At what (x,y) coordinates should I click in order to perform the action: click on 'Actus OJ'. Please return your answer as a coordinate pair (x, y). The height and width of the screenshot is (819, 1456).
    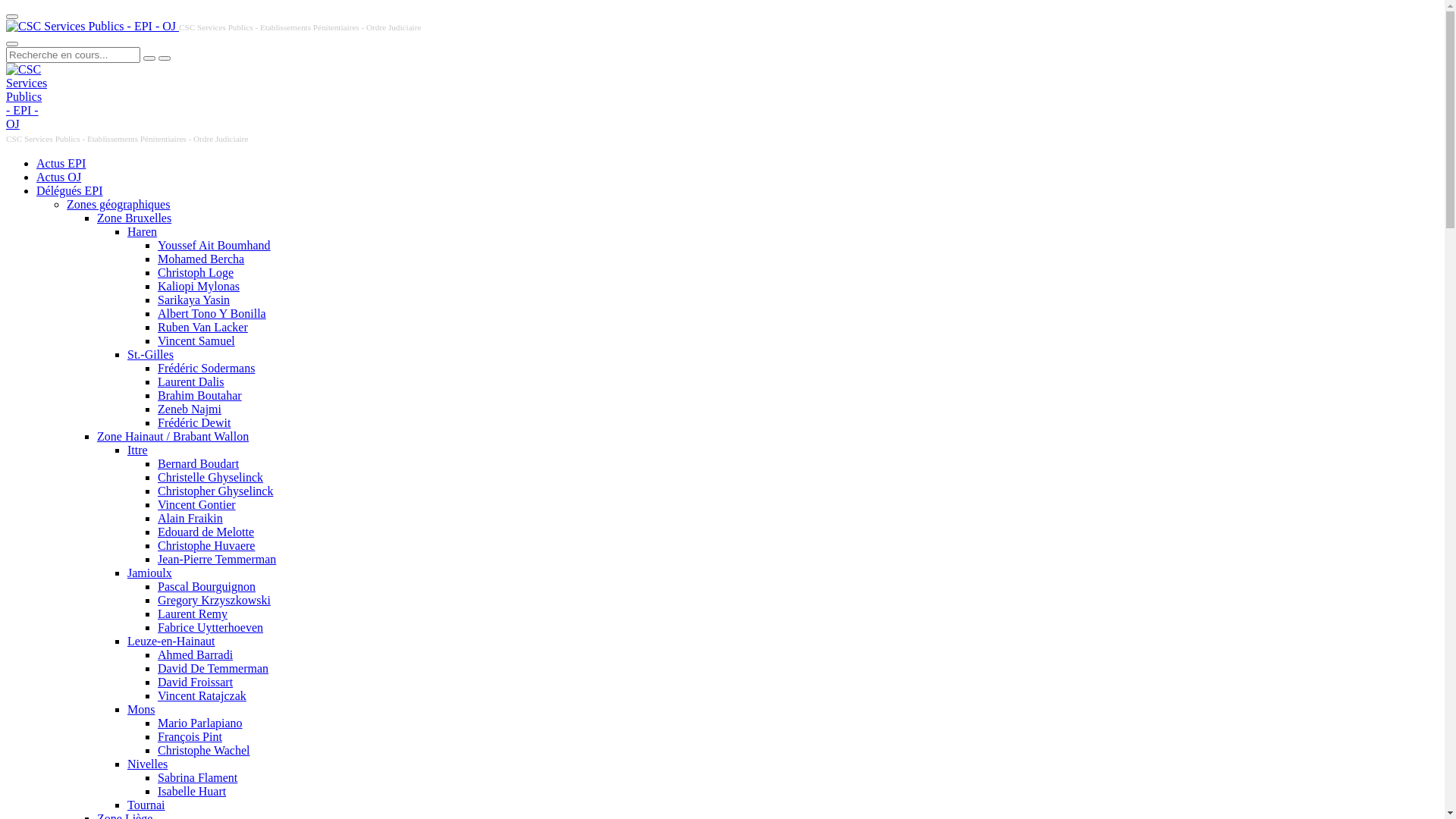
    Looking at the image, I should click on (58, 176).